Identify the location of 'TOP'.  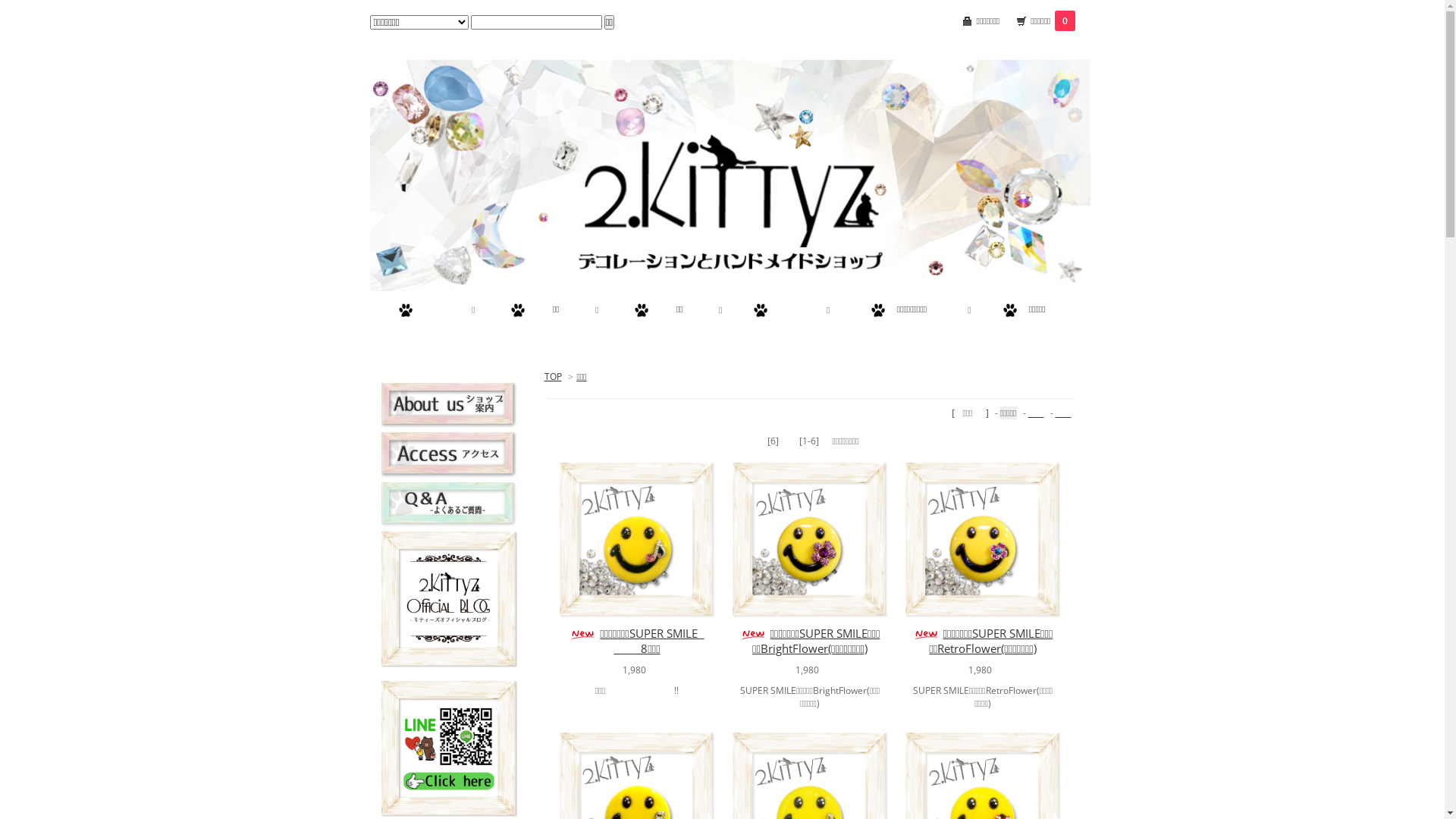
(552, 375).